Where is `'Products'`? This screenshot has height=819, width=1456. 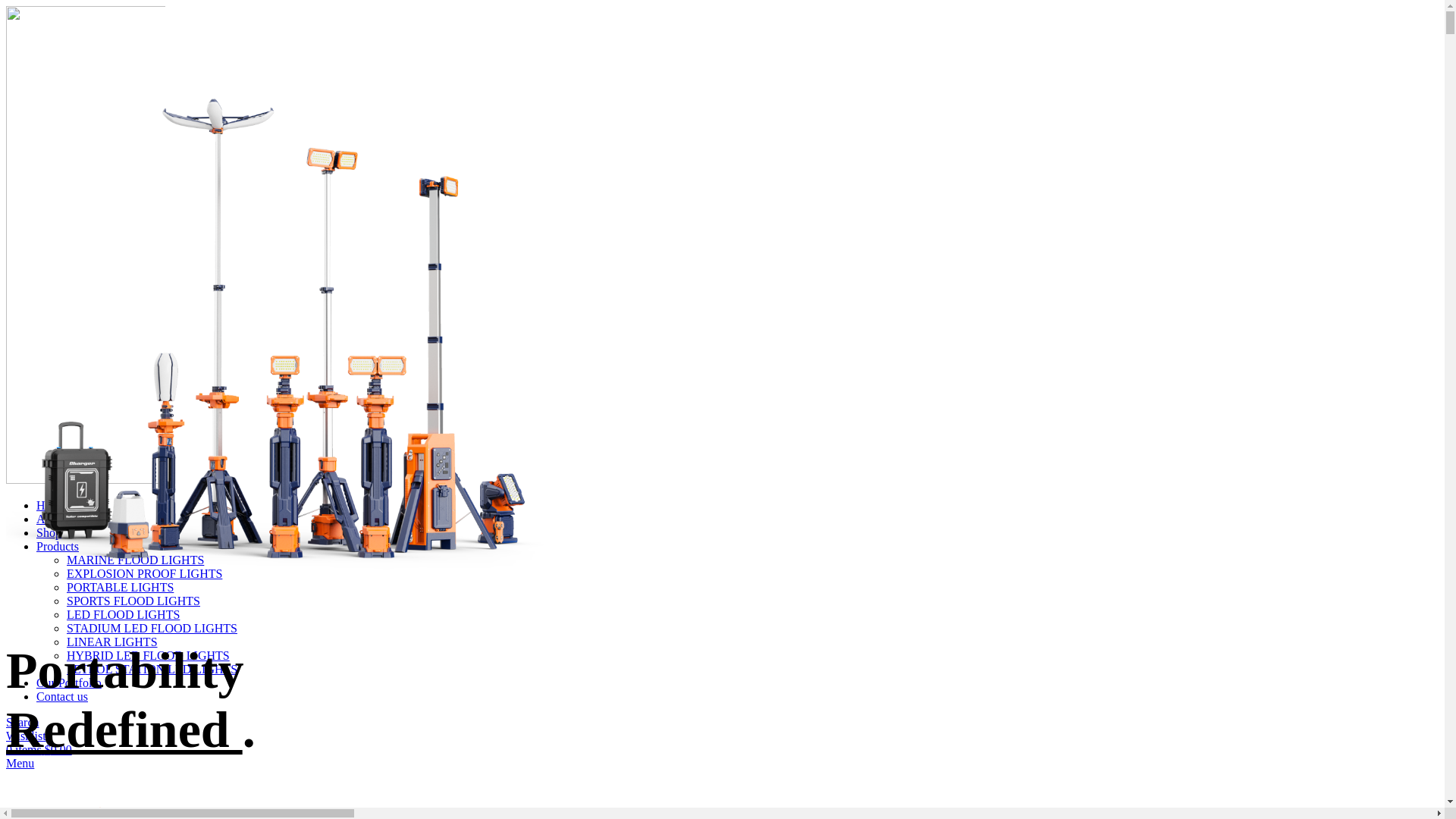
'Products' is located at coordinates (58, 546).